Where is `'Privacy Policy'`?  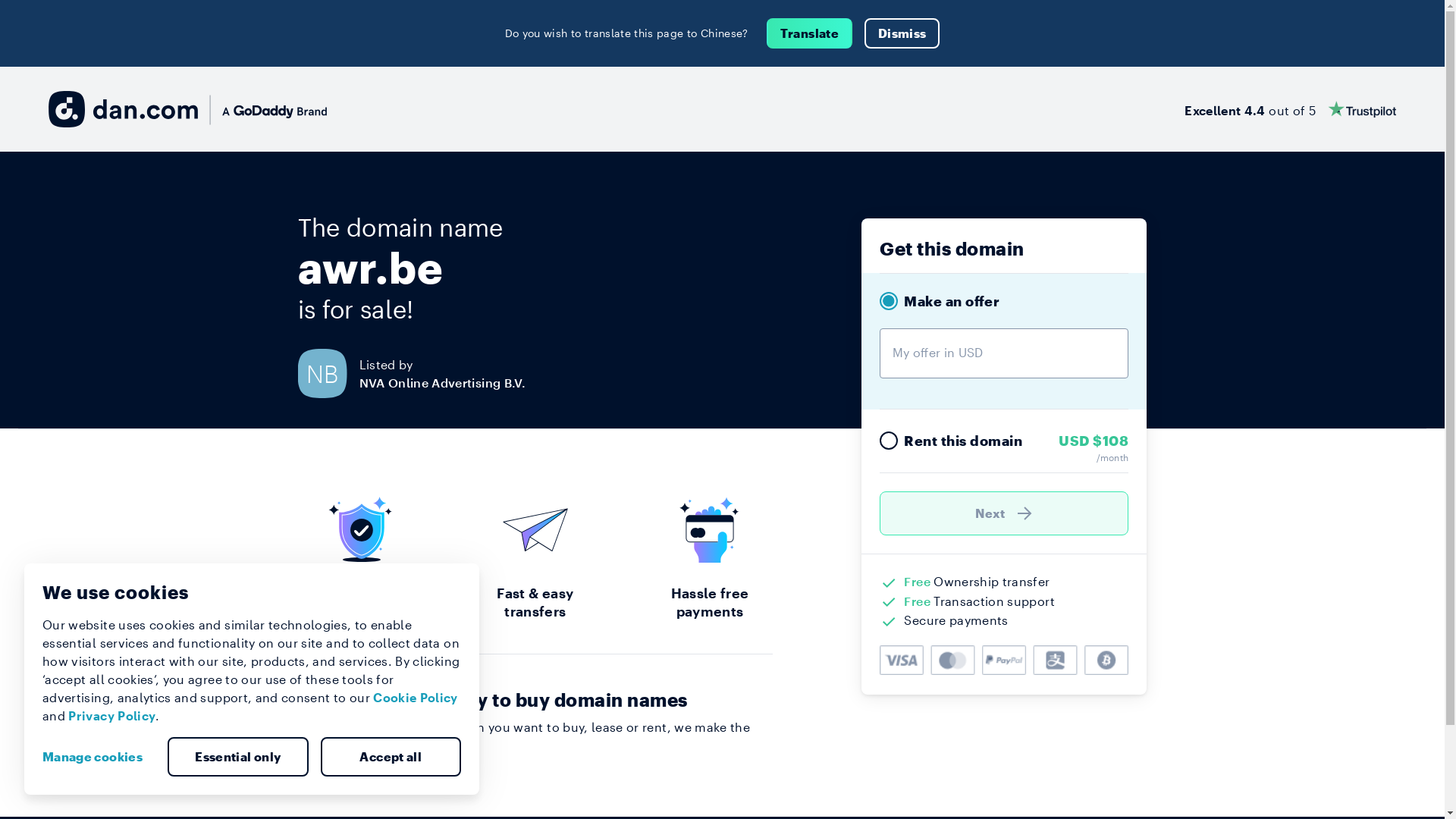 'Privacy Policy' is located at coordinates (67, 715).